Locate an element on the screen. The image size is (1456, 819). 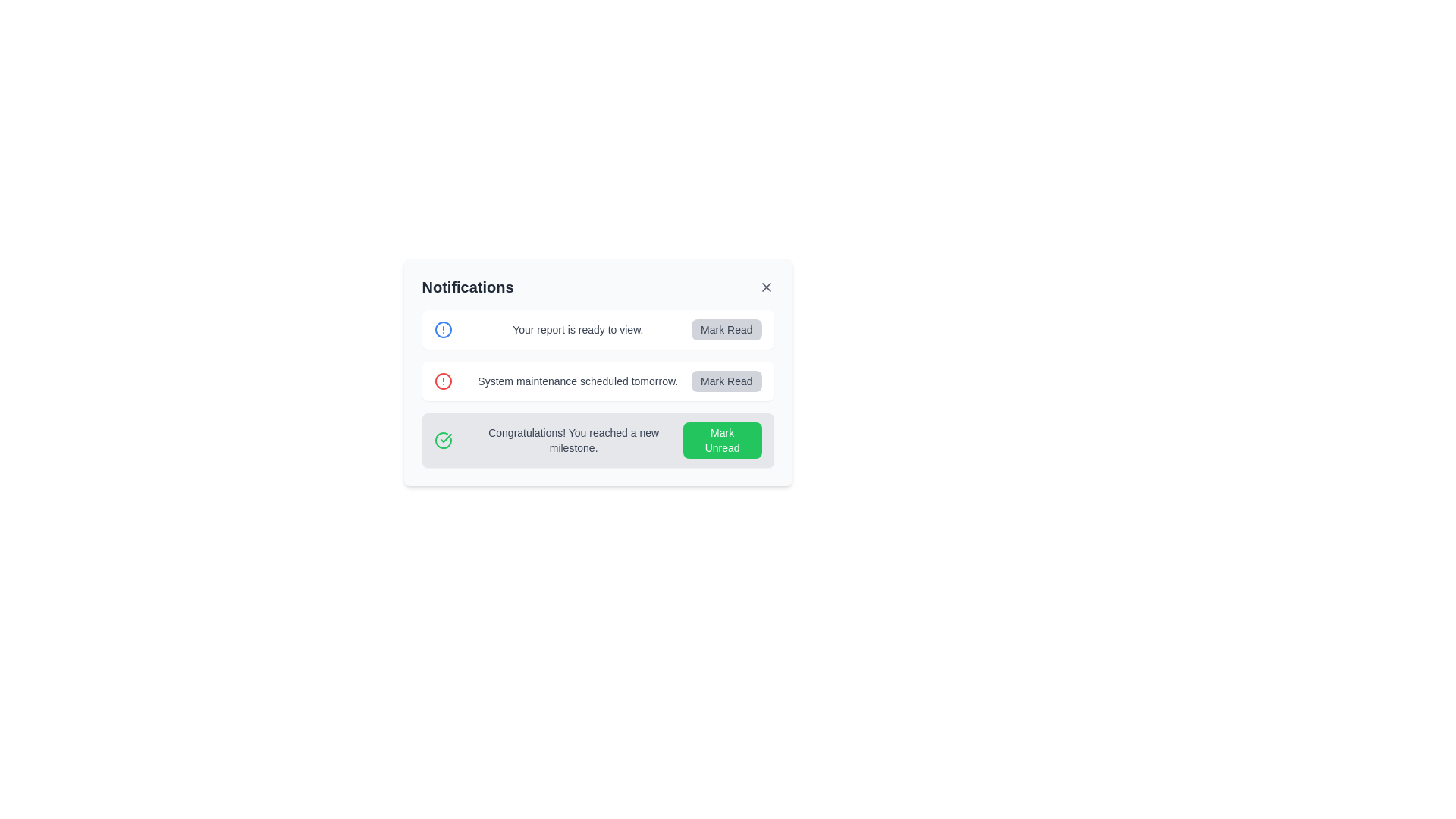
the circular SVG graphical element that visually indicates the first notification in the notification list, located to the left of the notification titled 'Your report is ready is located at coordinates (442, 329).